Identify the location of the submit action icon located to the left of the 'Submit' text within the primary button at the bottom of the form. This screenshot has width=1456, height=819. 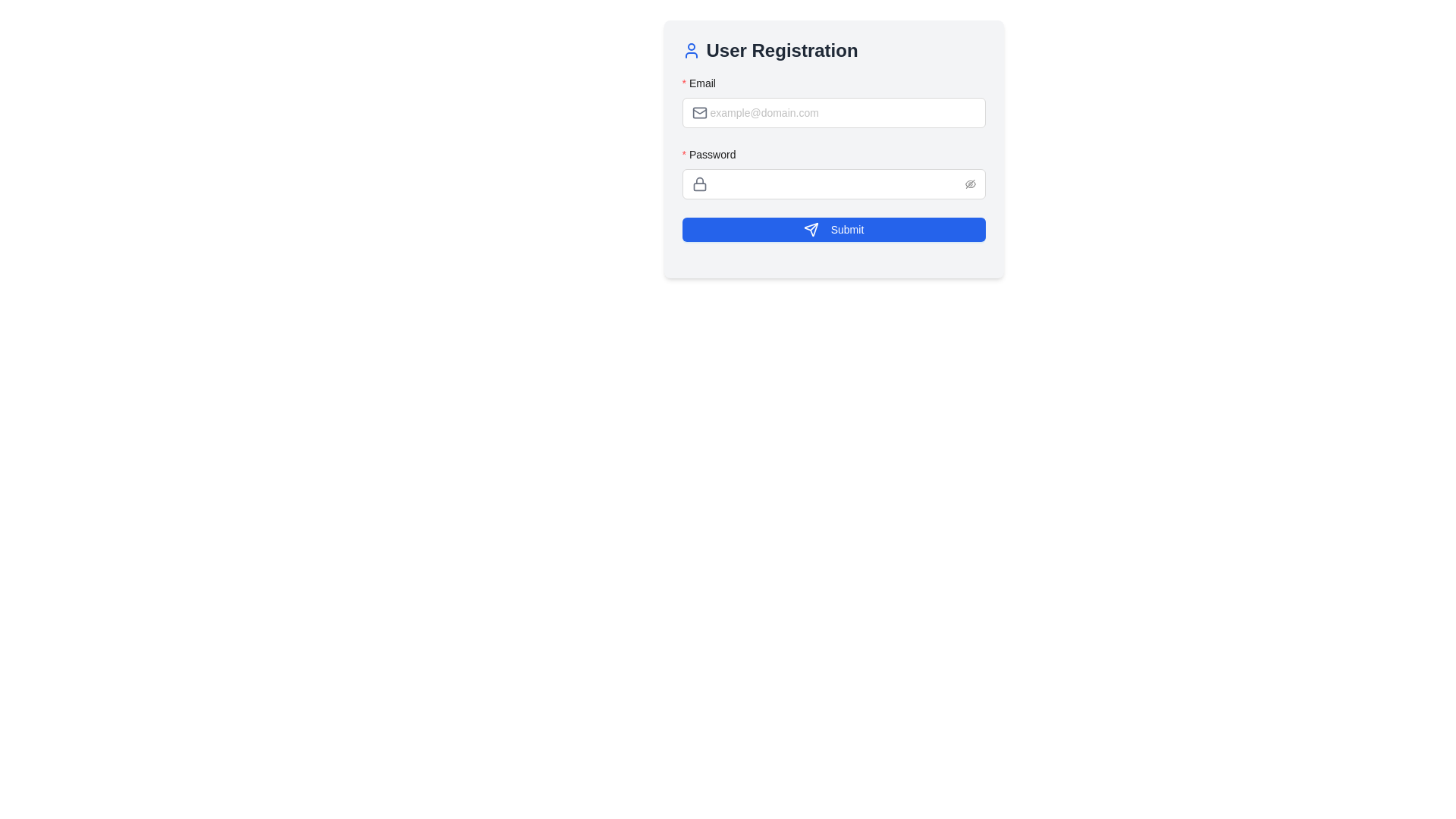
(810, 230).